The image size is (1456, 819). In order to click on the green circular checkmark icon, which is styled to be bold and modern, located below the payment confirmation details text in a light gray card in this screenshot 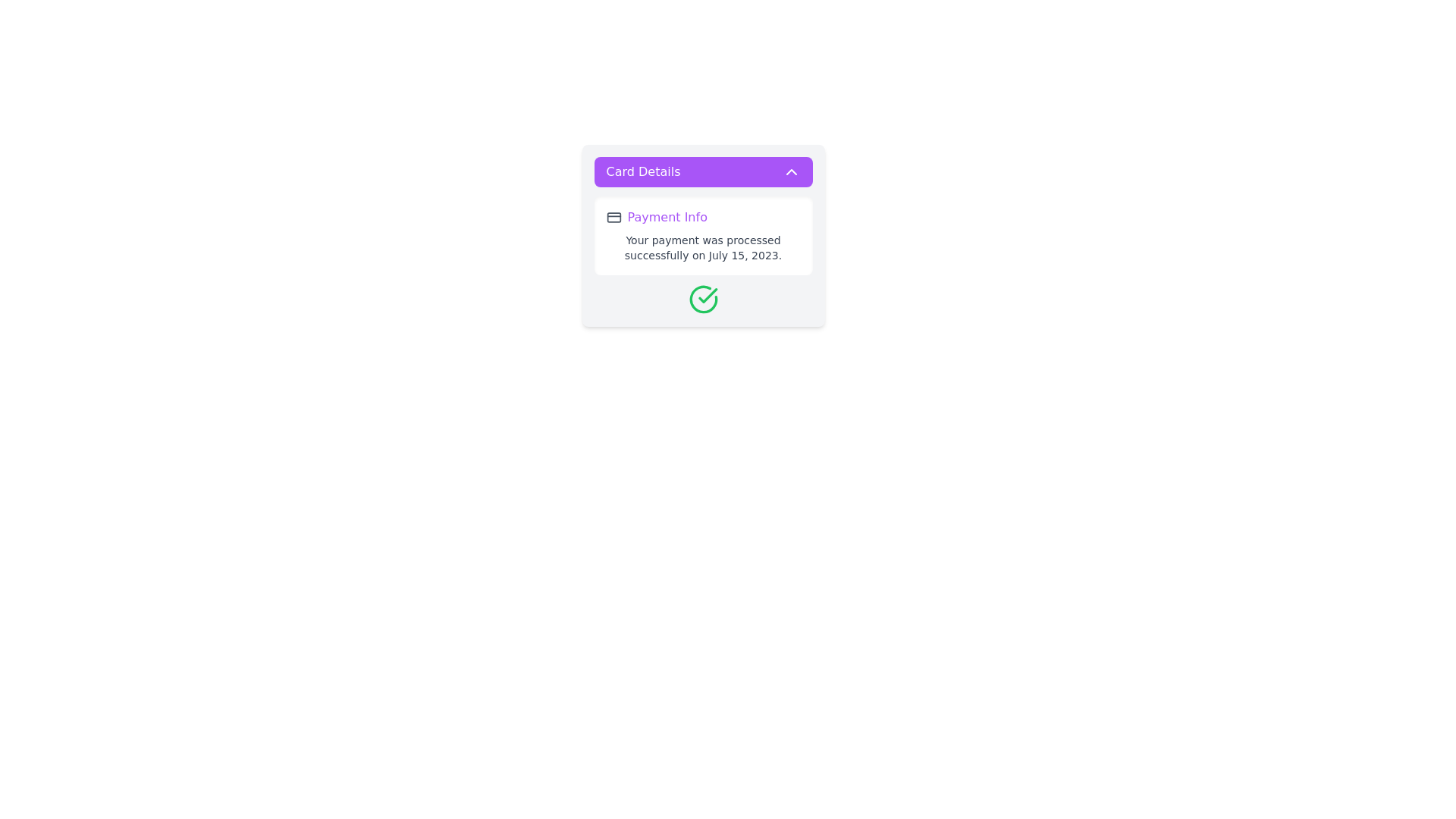, I will do `click(702, 299)`.